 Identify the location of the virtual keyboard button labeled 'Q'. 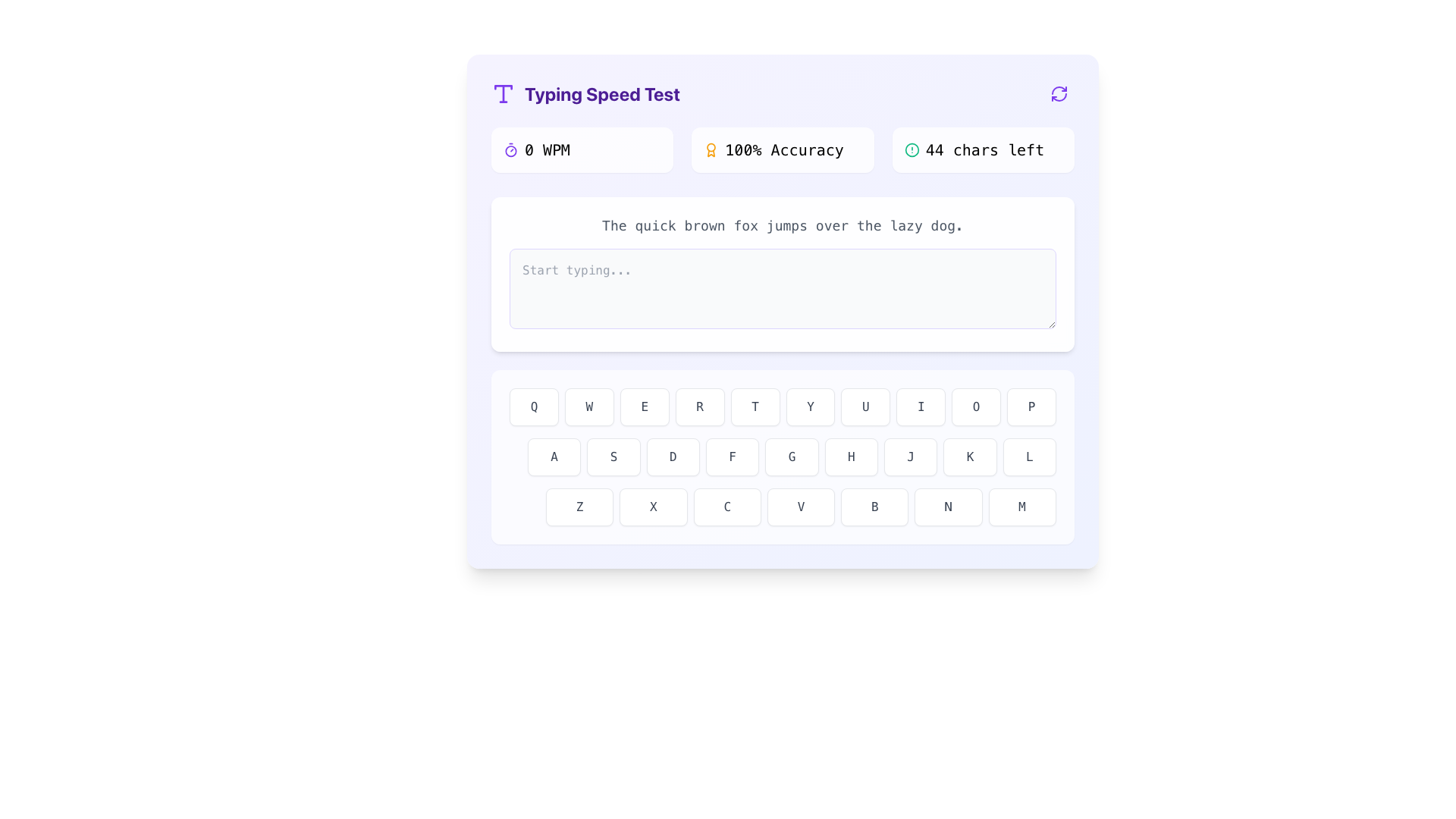
(534, 406).